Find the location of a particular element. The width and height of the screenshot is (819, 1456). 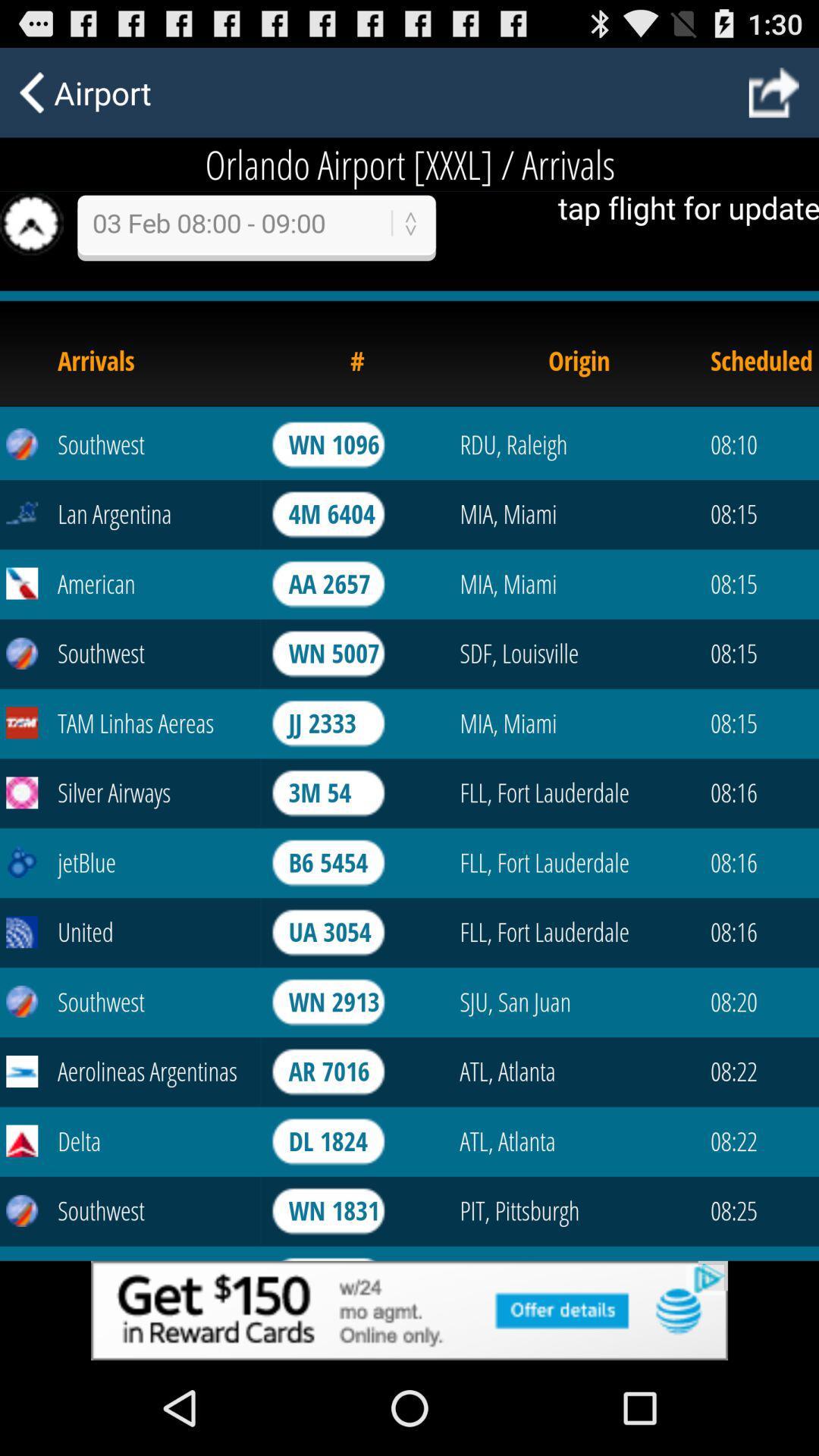

refresh page is located at coordinates (409, 698).